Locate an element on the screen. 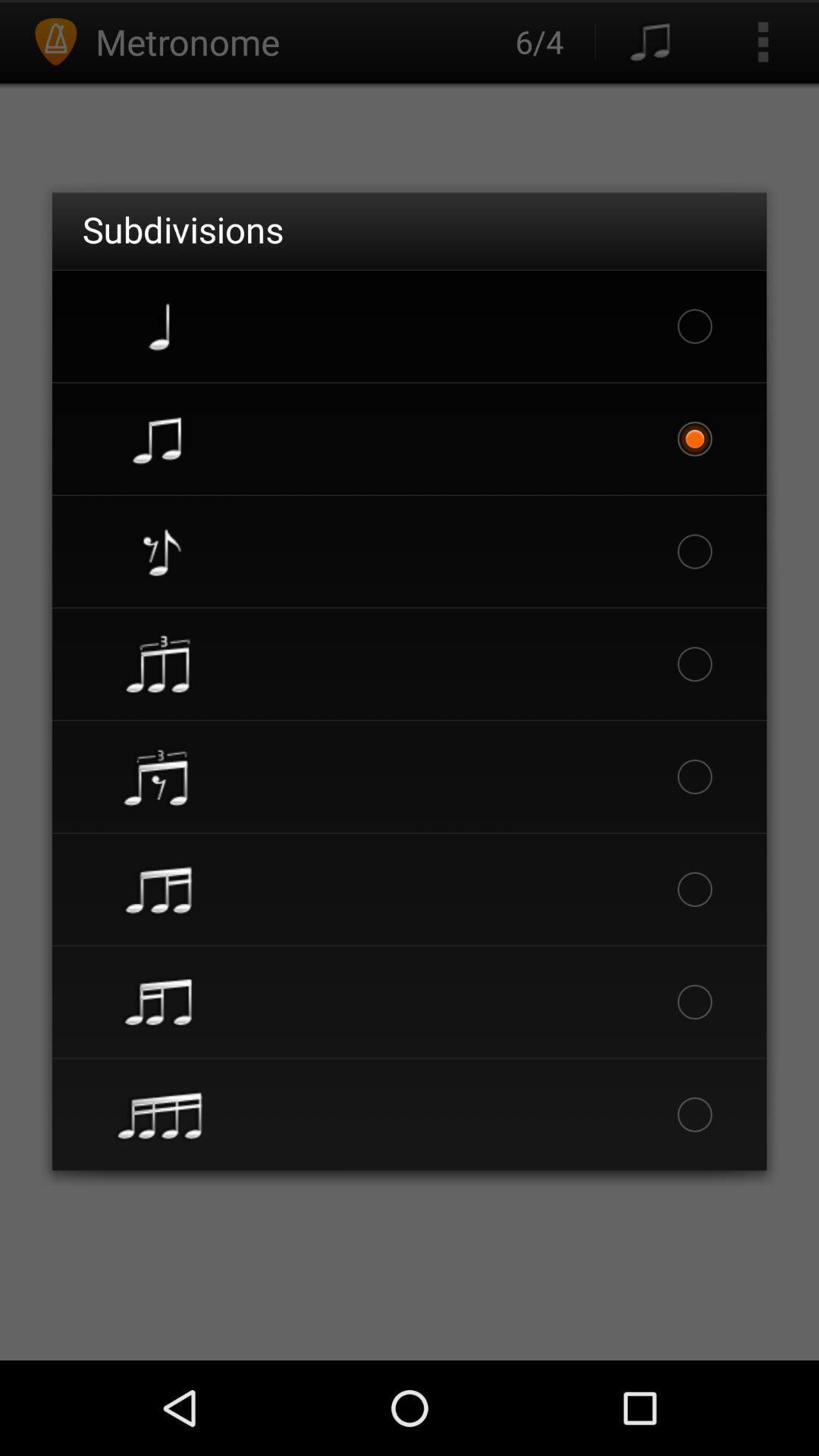 This screenshot has width=819, height=1456. subdivisions icon is located at coordinates (182, 228).